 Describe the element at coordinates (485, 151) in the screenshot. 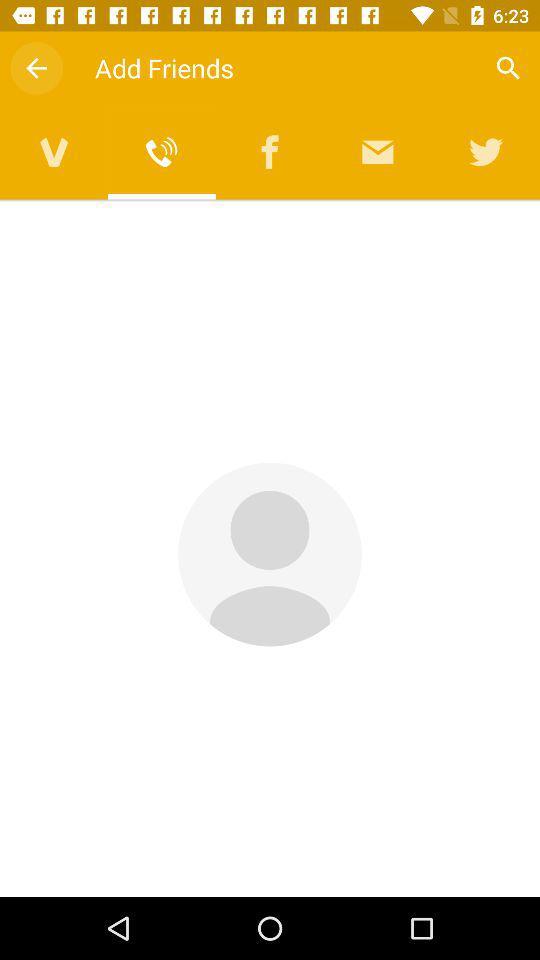

I see `tweet` at that location.